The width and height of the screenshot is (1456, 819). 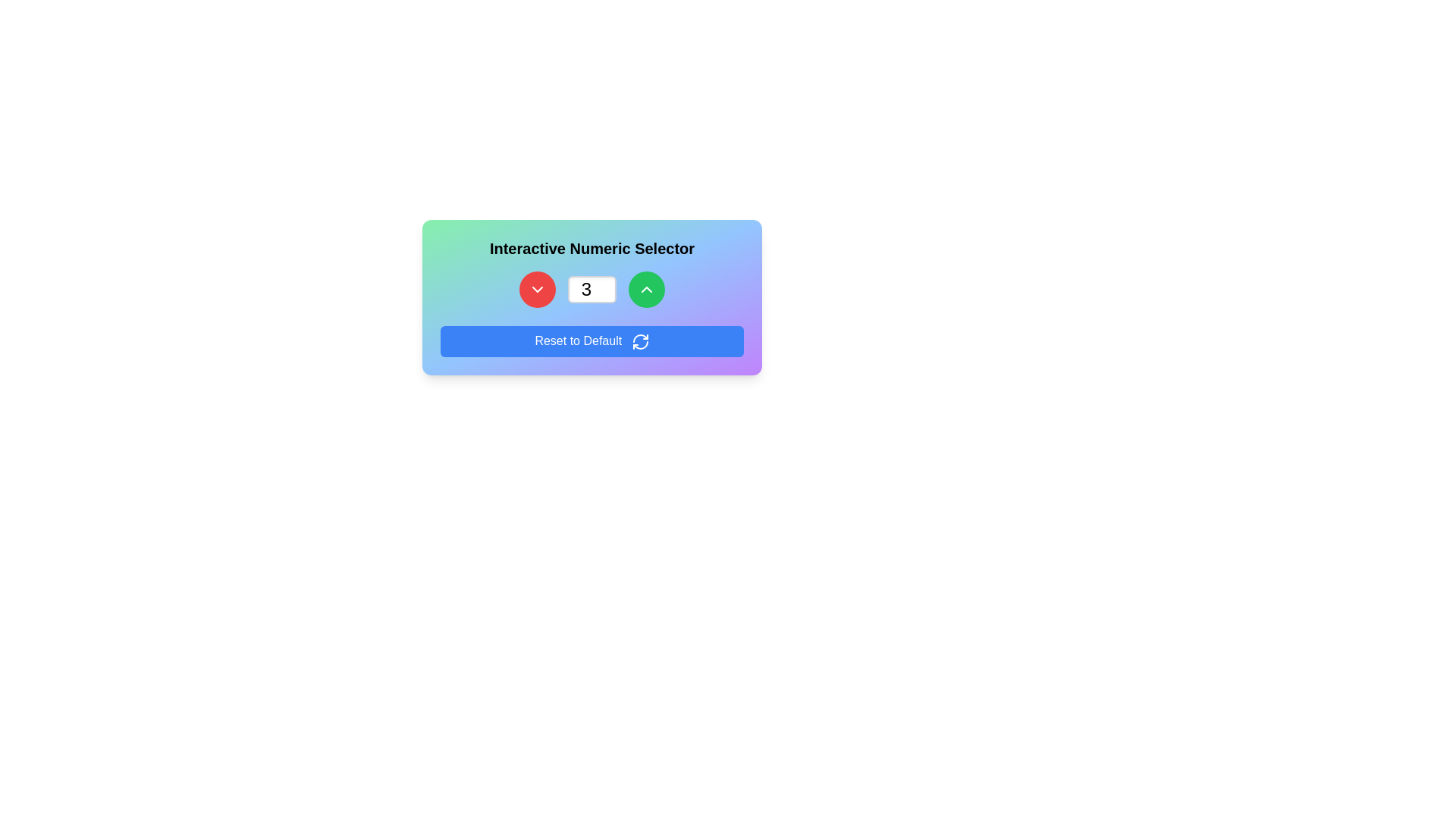 What do you see at coordinates (538, 289) in the screenshot?
I see `the first button on the left that decrements the adjacent numeric input field's value` at bounding box center [538, 289].